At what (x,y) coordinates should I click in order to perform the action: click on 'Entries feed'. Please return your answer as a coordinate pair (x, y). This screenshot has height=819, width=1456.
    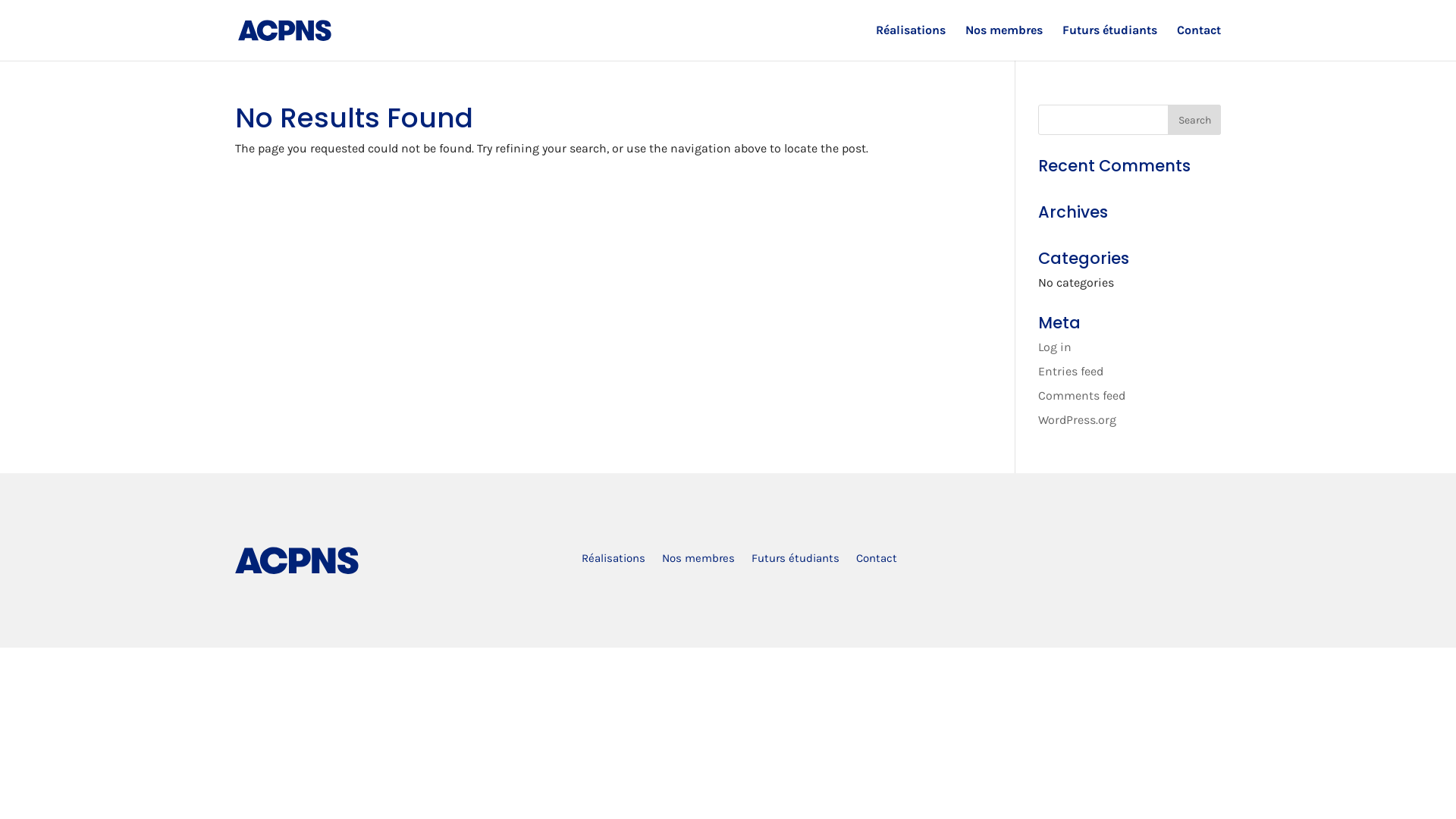
    Looking at the image, I should click on (1037, 371).